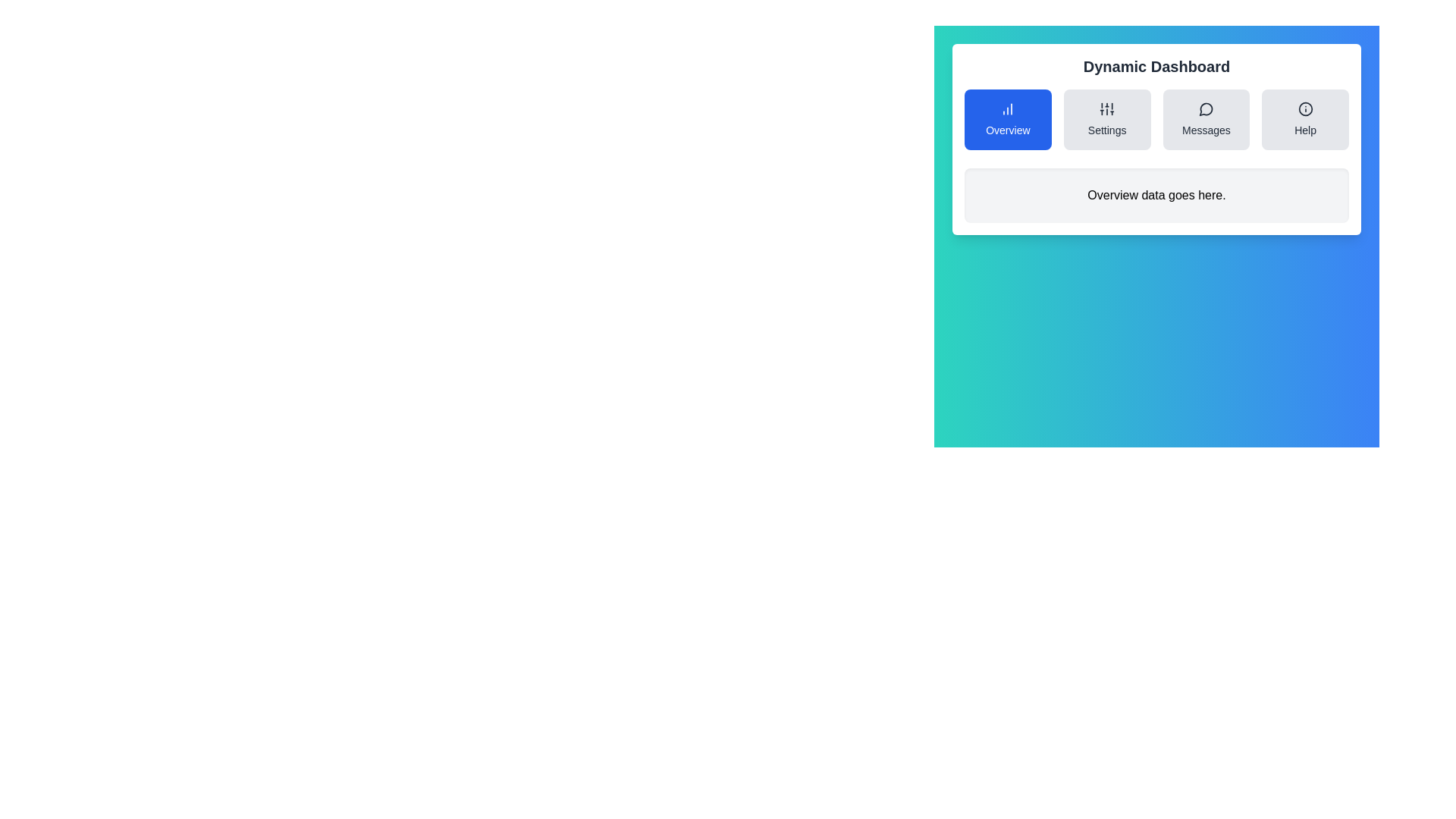 The image size is (1456, 819). What do you see at coordinates (1205, 119) in the screenshot?
I see `the 'Messages' button, which is a rectangular card with a light gray background, a speech bubble icon, and dark gray text` at bounding box center [1205, 119].